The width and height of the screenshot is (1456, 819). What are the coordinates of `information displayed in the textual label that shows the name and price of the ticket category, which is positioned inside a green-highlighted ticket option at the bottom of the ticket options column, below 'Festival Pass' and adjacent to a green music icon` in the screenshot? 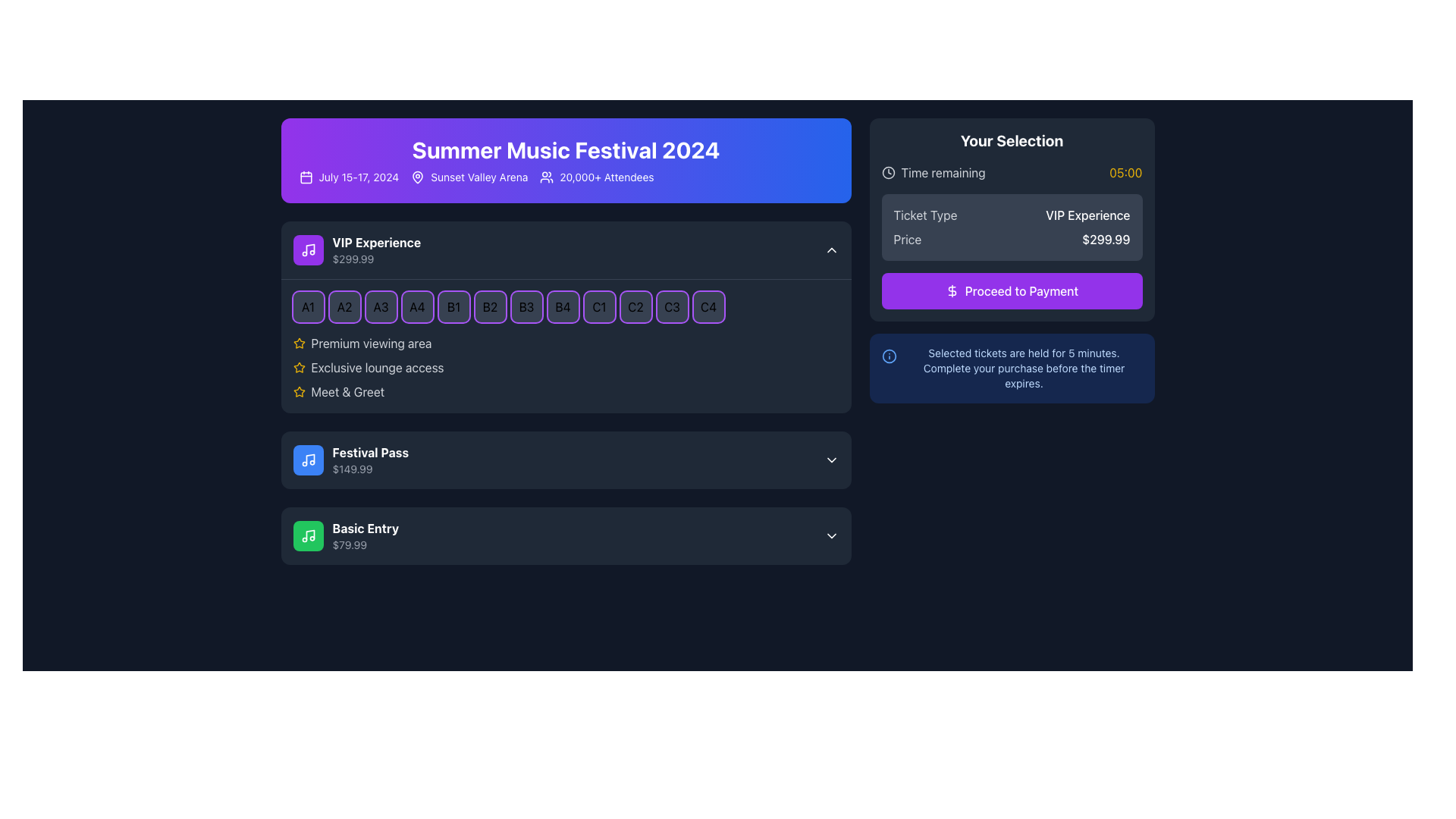 It's located at (366, 535).